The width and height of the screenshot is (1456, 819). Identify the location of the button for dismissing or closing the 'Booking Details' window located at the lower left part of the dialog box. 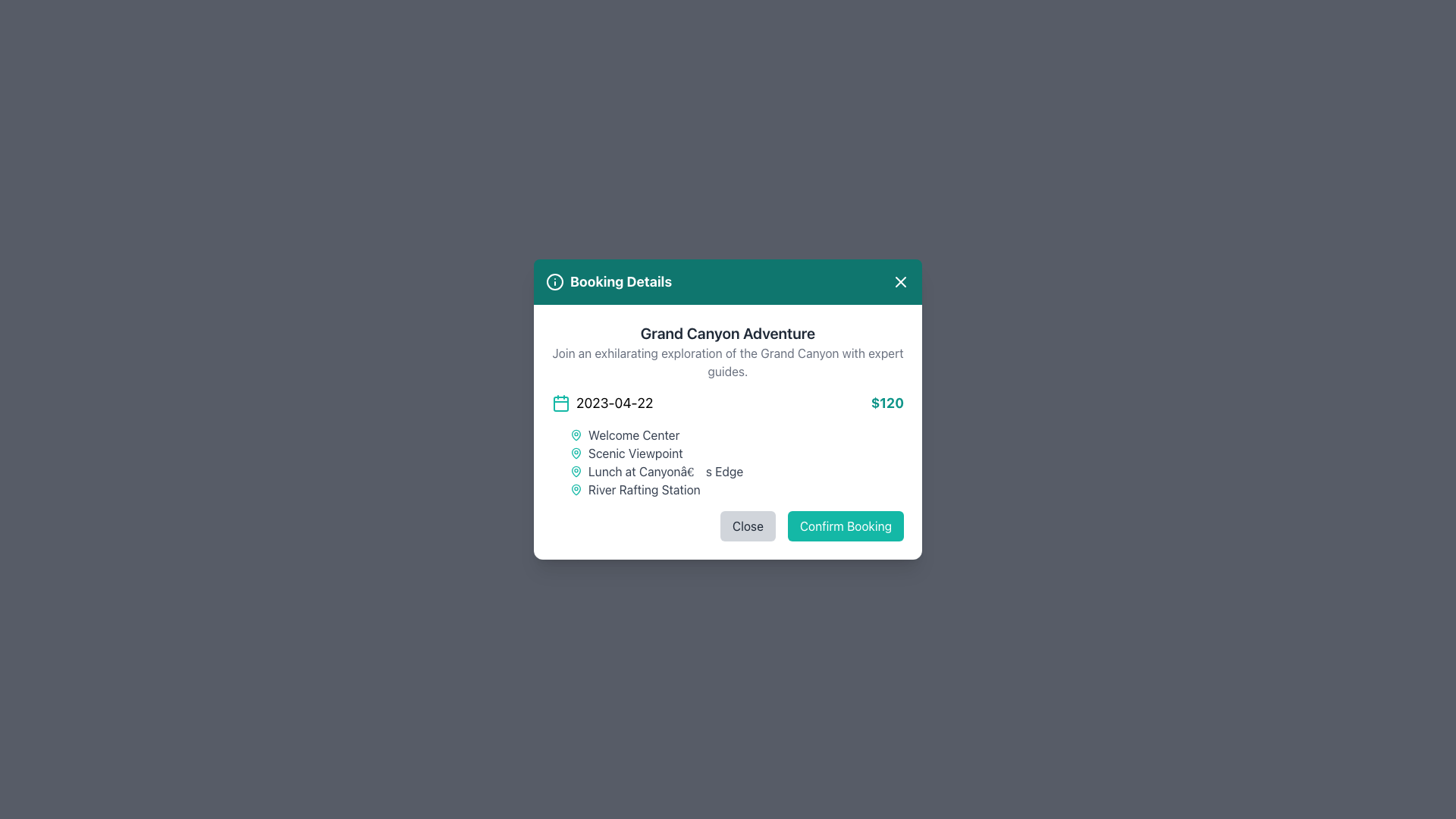
(748, 526).